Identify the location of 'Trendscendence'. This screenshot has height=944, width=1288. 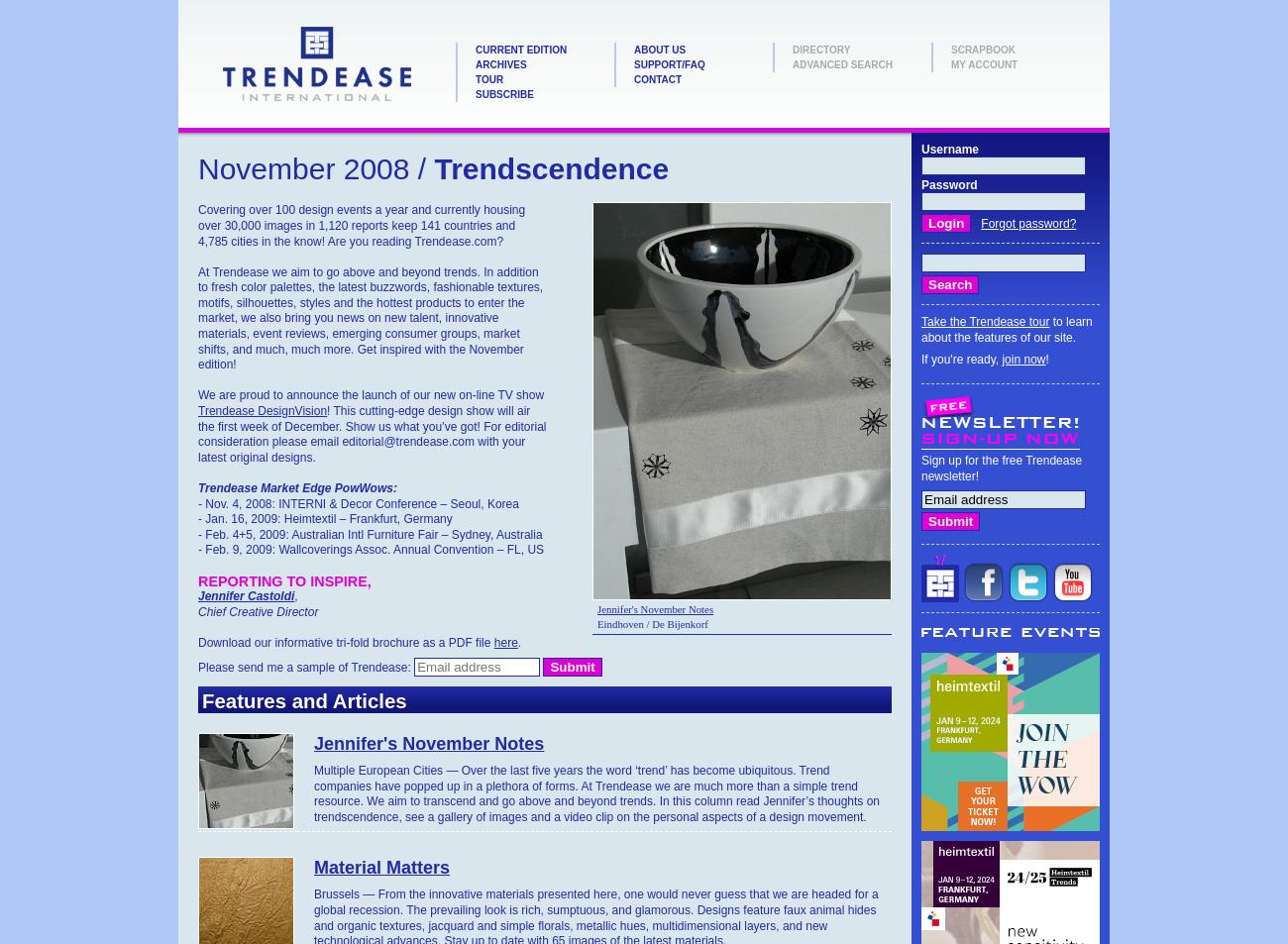
(546, 167).